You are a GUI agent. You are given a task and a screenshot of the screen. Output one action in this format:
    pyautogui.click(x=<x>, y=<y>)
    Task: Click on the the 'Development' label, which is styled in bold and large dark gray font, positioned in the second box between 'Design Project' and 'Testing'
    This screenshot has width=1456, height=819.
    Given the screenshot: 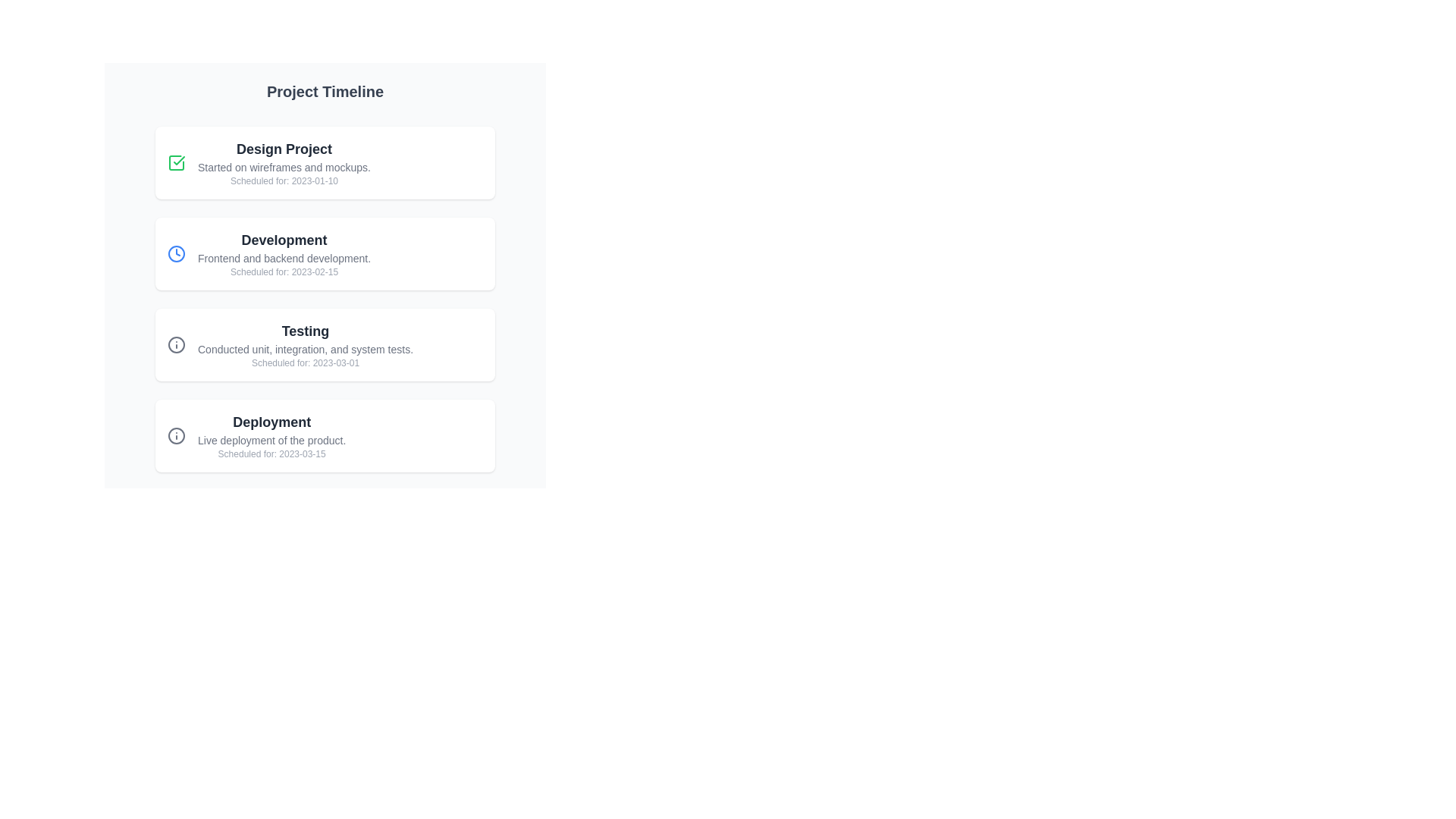 What is the action you would take?
    pyautogui.click(x=284, y=239)
    